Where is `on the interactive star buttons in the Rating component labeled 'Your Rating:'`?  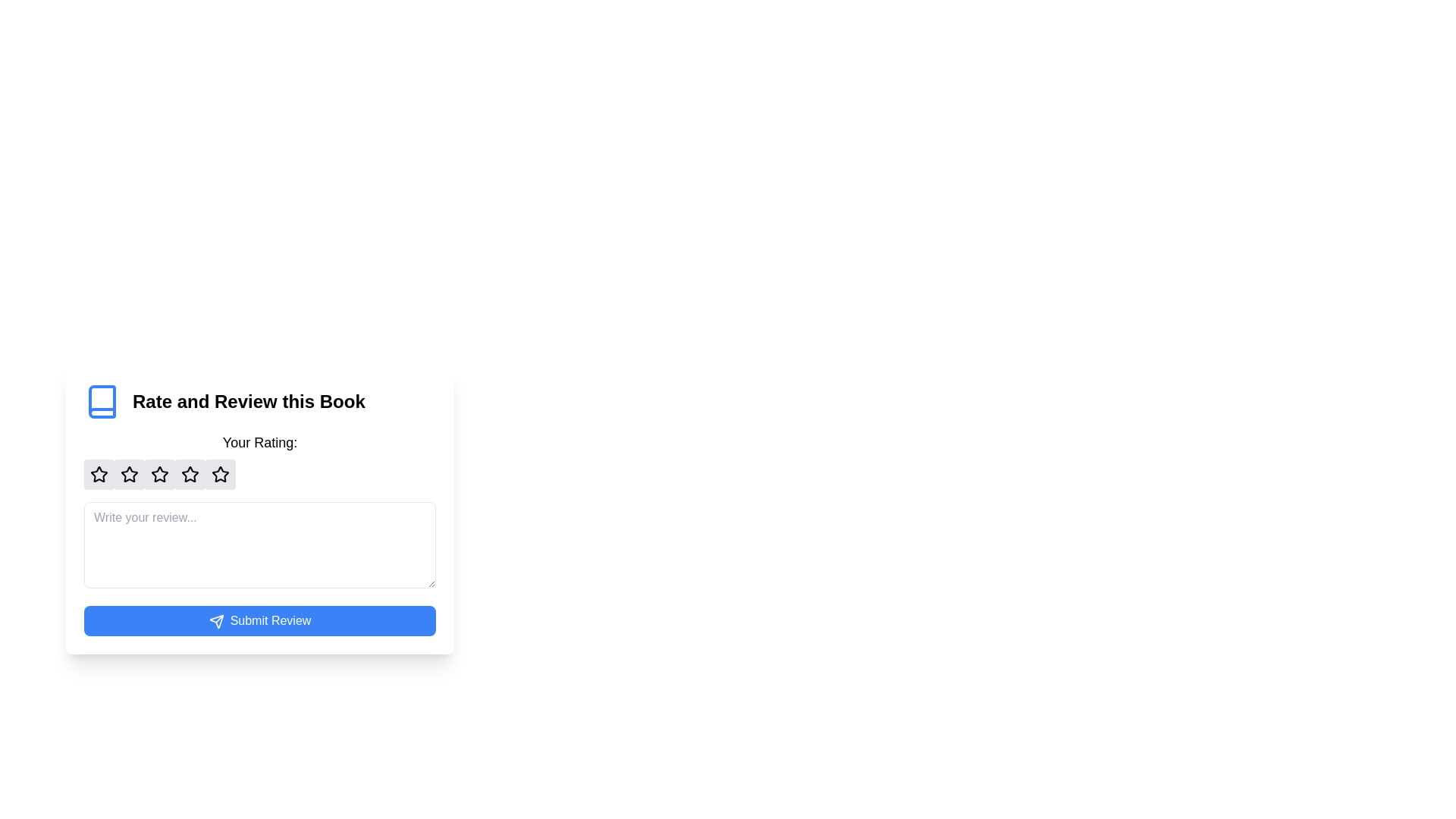 on the interactive star buttons in the Rating component labeled 'Your Rating:' is located at coordinates (259, 460).